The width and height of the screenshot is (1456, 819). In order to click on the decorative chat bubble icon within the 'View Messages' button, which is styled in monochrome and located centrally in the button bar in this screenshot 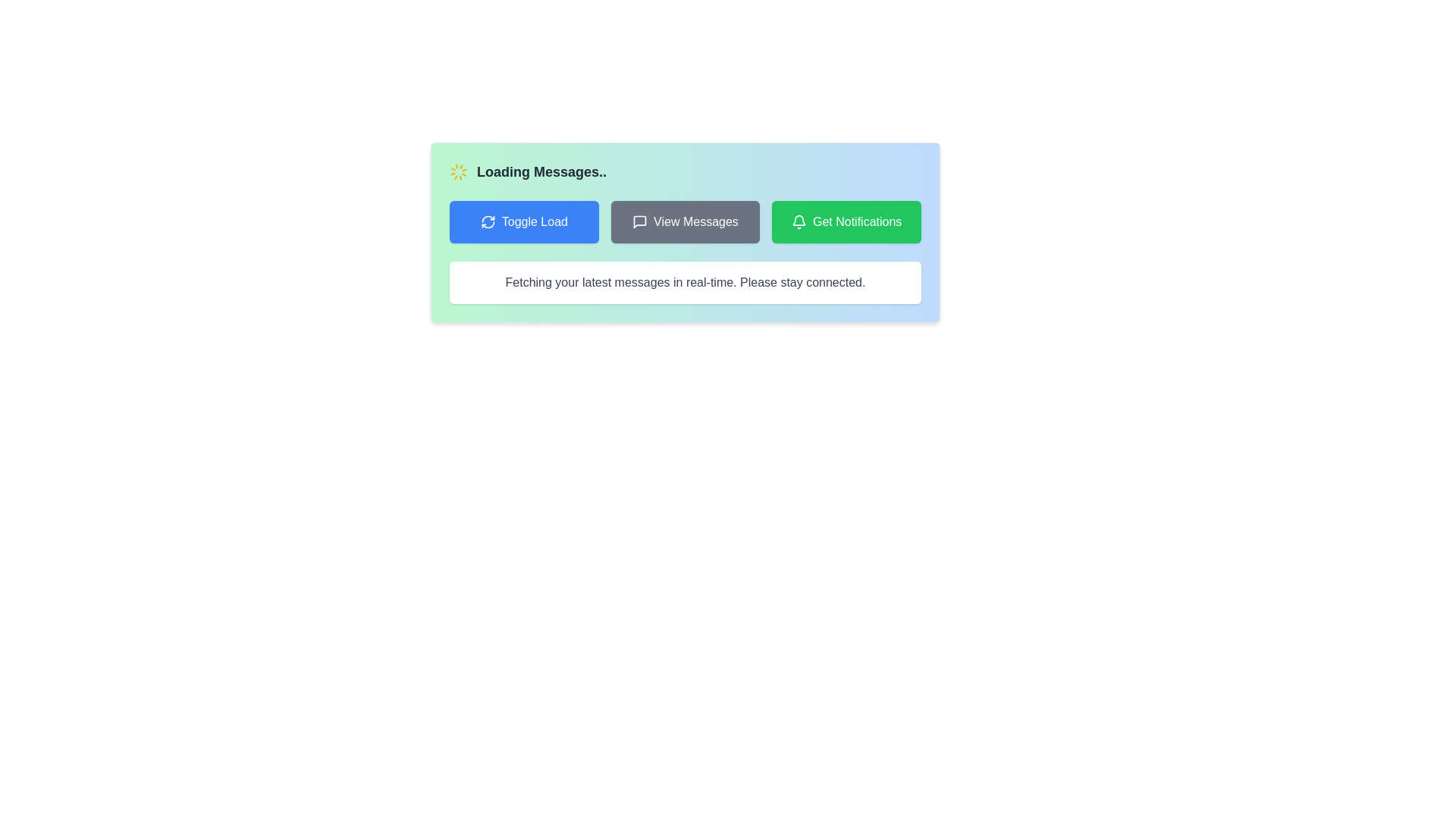, I will do `click(640, 222)`.